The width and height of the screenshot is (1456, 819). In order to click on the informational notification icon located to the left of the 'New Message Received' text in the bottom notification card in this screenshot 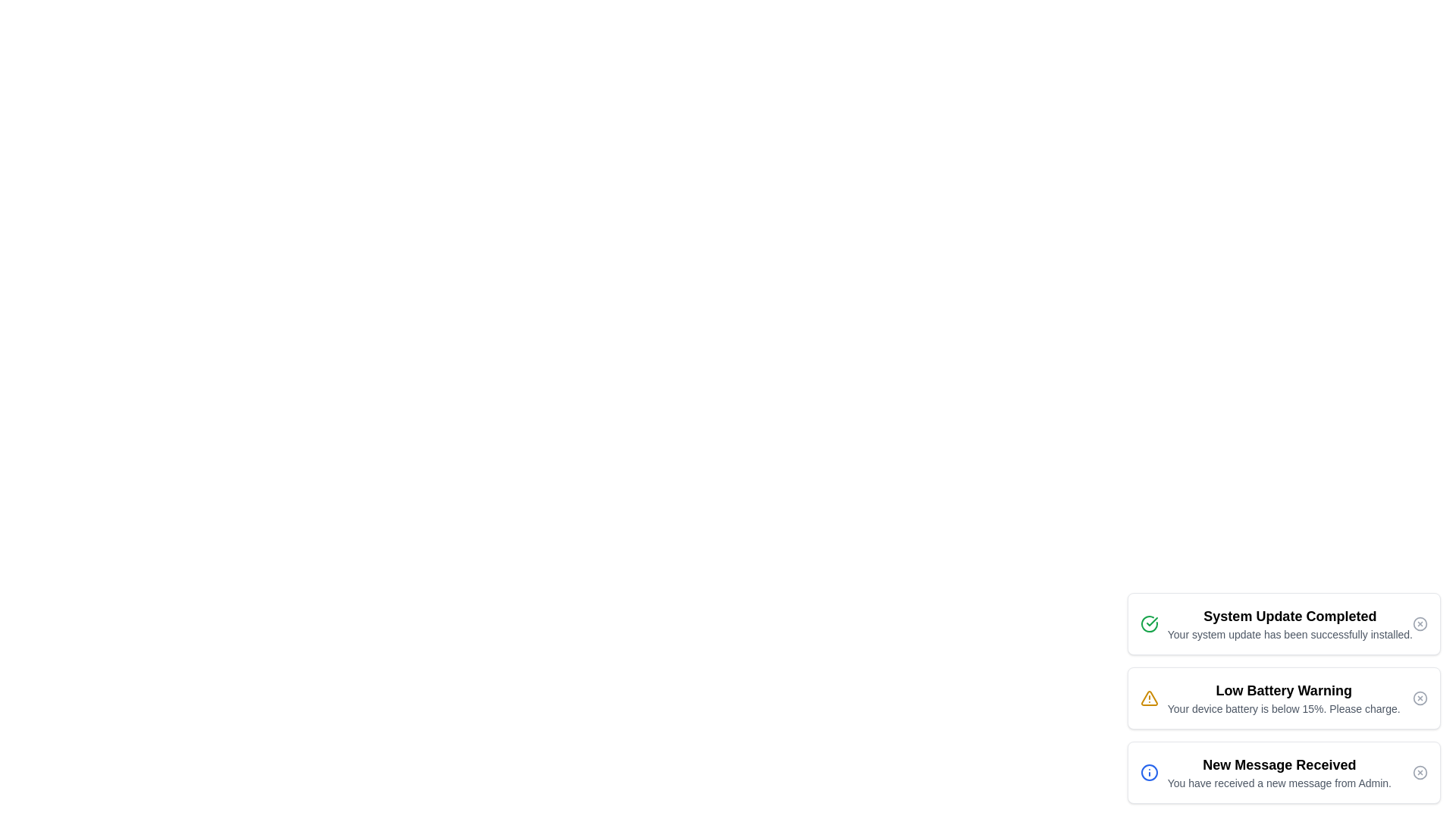, I will do `click(1149, 772)`.